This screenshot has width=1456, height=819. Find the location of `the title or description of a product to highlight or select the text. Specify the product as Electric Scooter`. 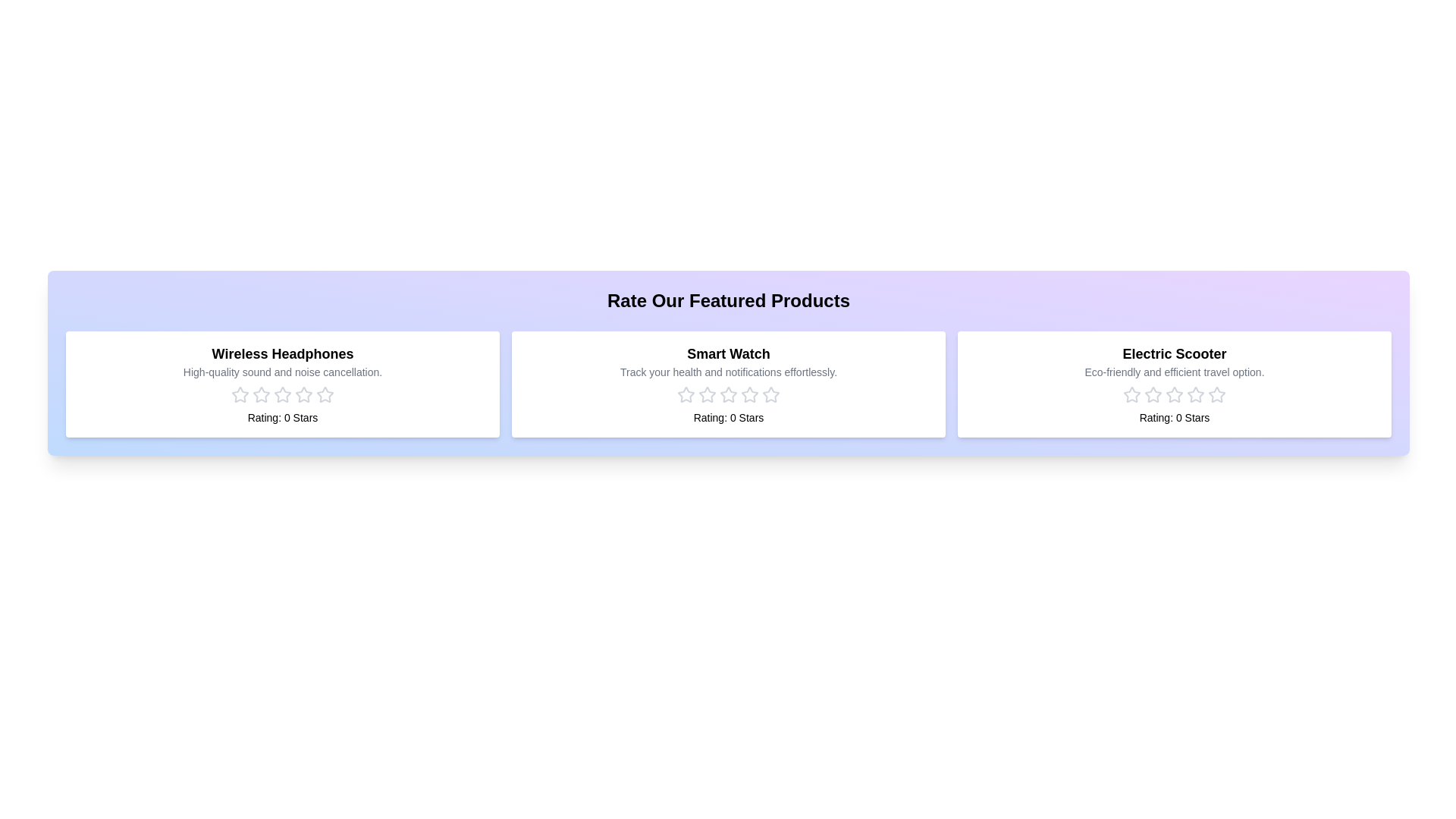

the title or description of a product to highlight or select the text. Specify the product as Electric Scooter is located at coordinates (1174, 353).